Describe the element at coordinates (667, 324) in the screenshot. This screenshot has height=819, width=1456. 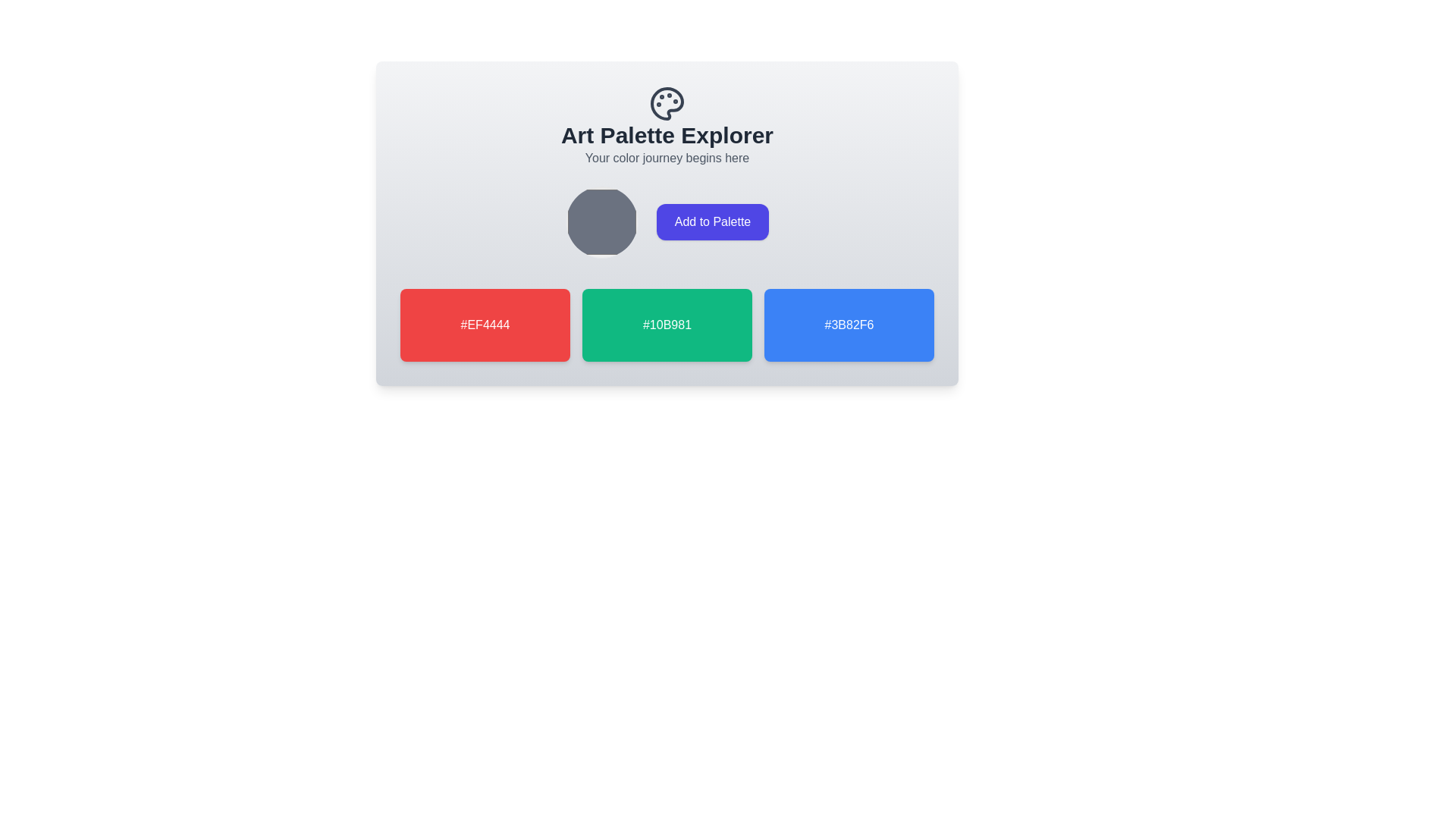
I see `the text label '#10B981' embedded within the green button, which is centrally placed and styled with a bold font in white color` at that location.